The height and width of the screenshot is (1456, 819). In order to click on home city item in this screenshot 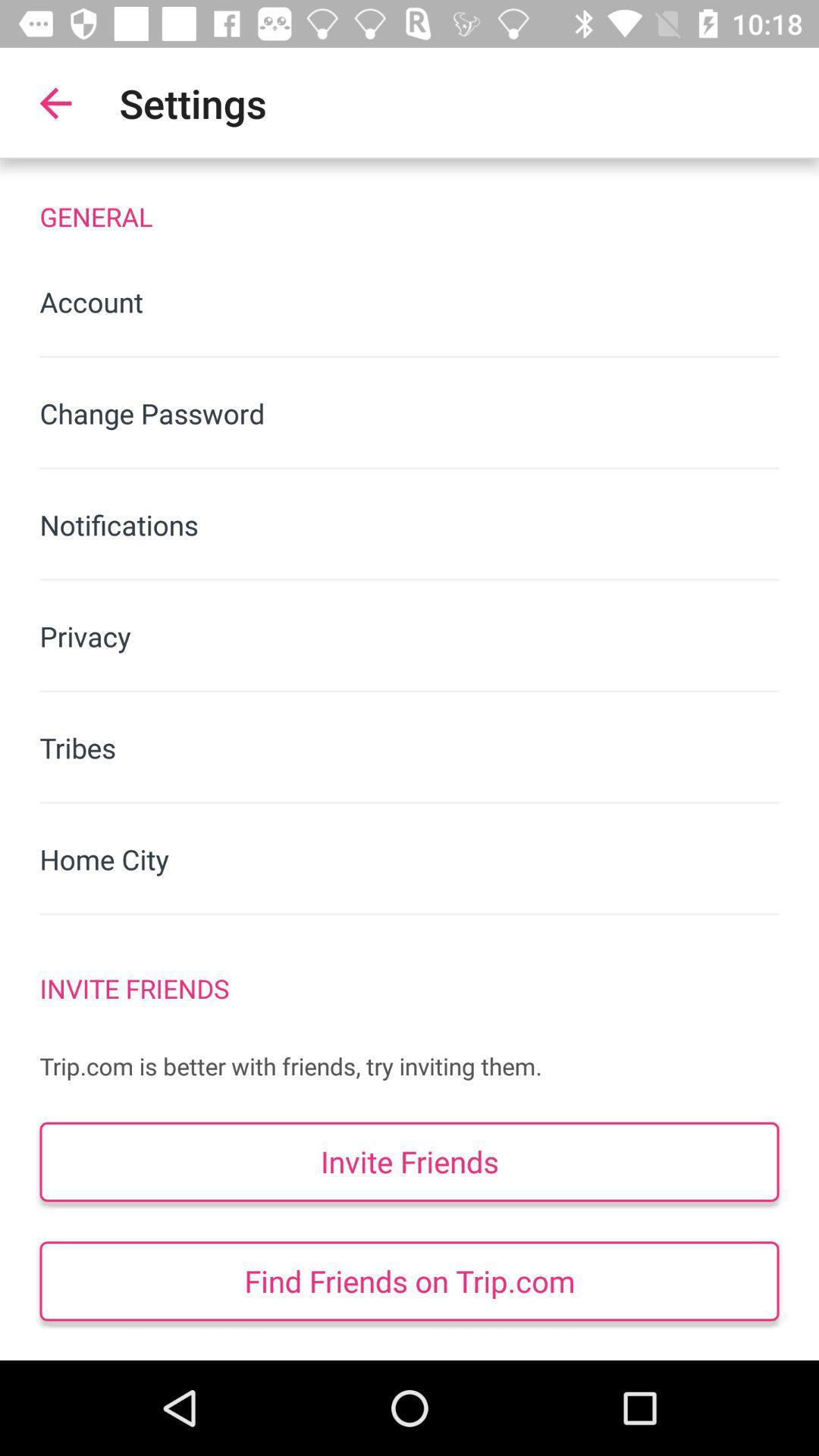, I will do `click(409, 859)`.